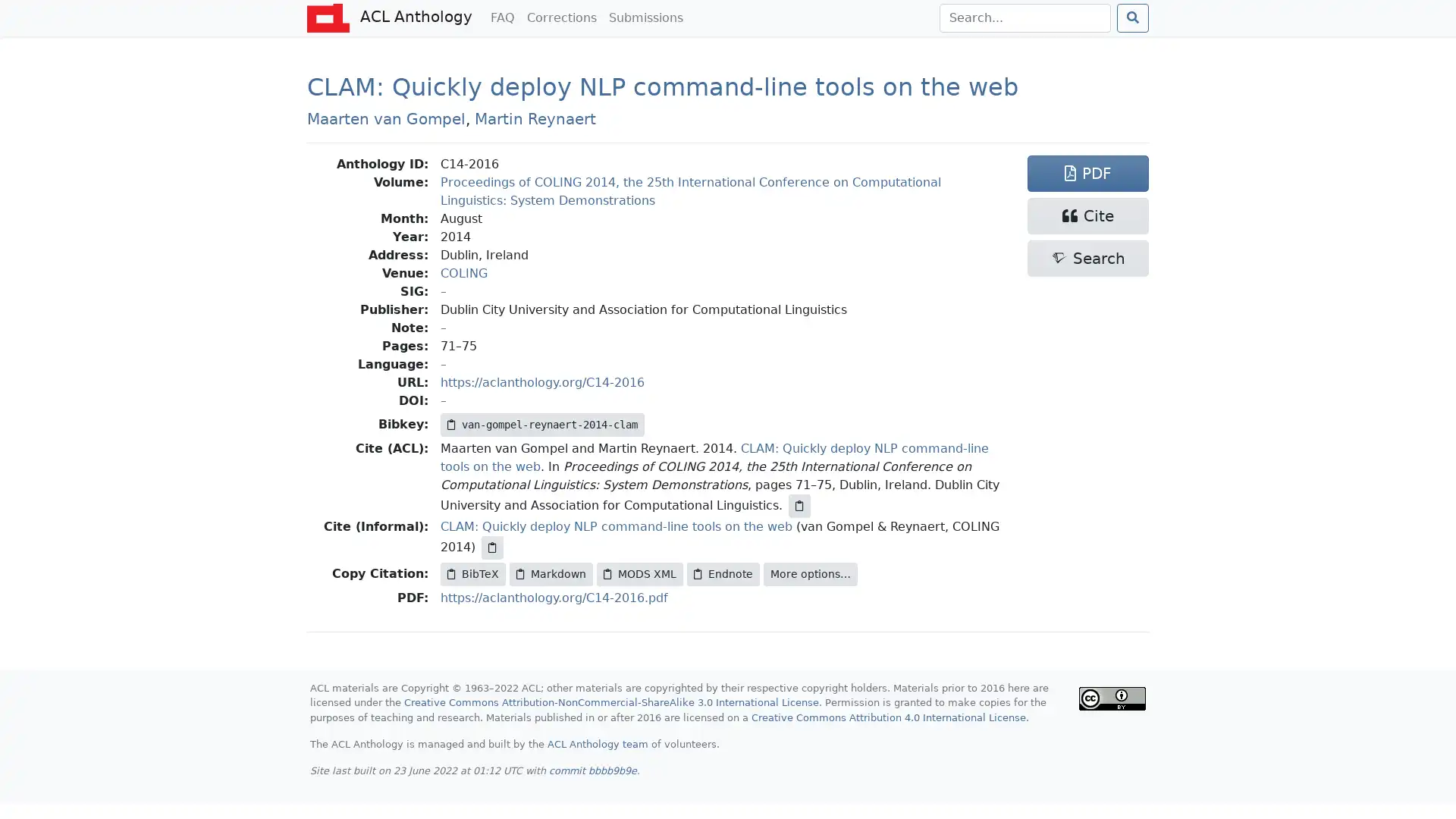  Describe the element at coordinates (640, 574) in the screenshot. I see `MODS XML` at that location.